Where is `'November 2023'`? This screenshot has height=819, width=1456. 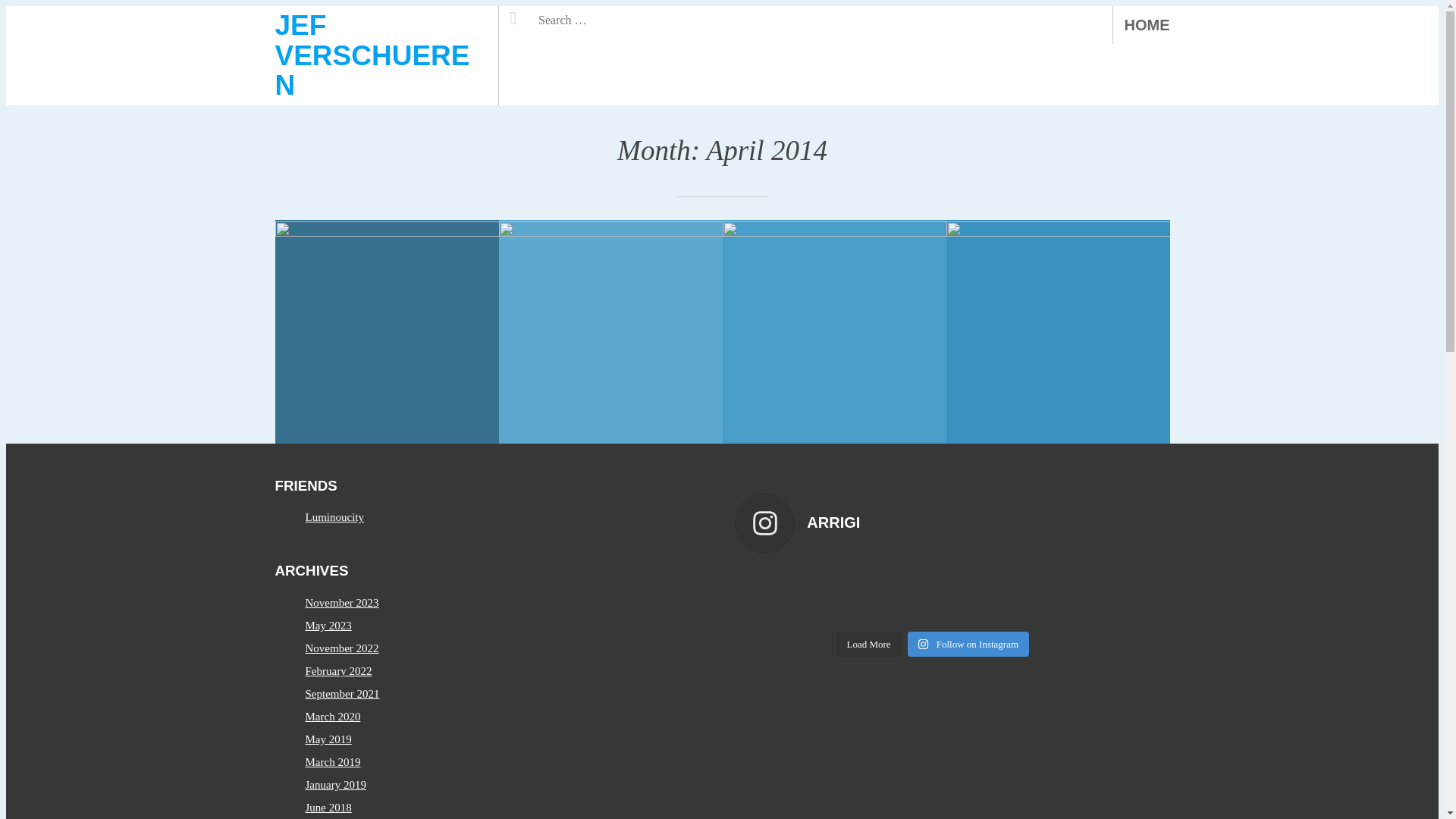
'November 2023' is located at coordinates (340, 601).